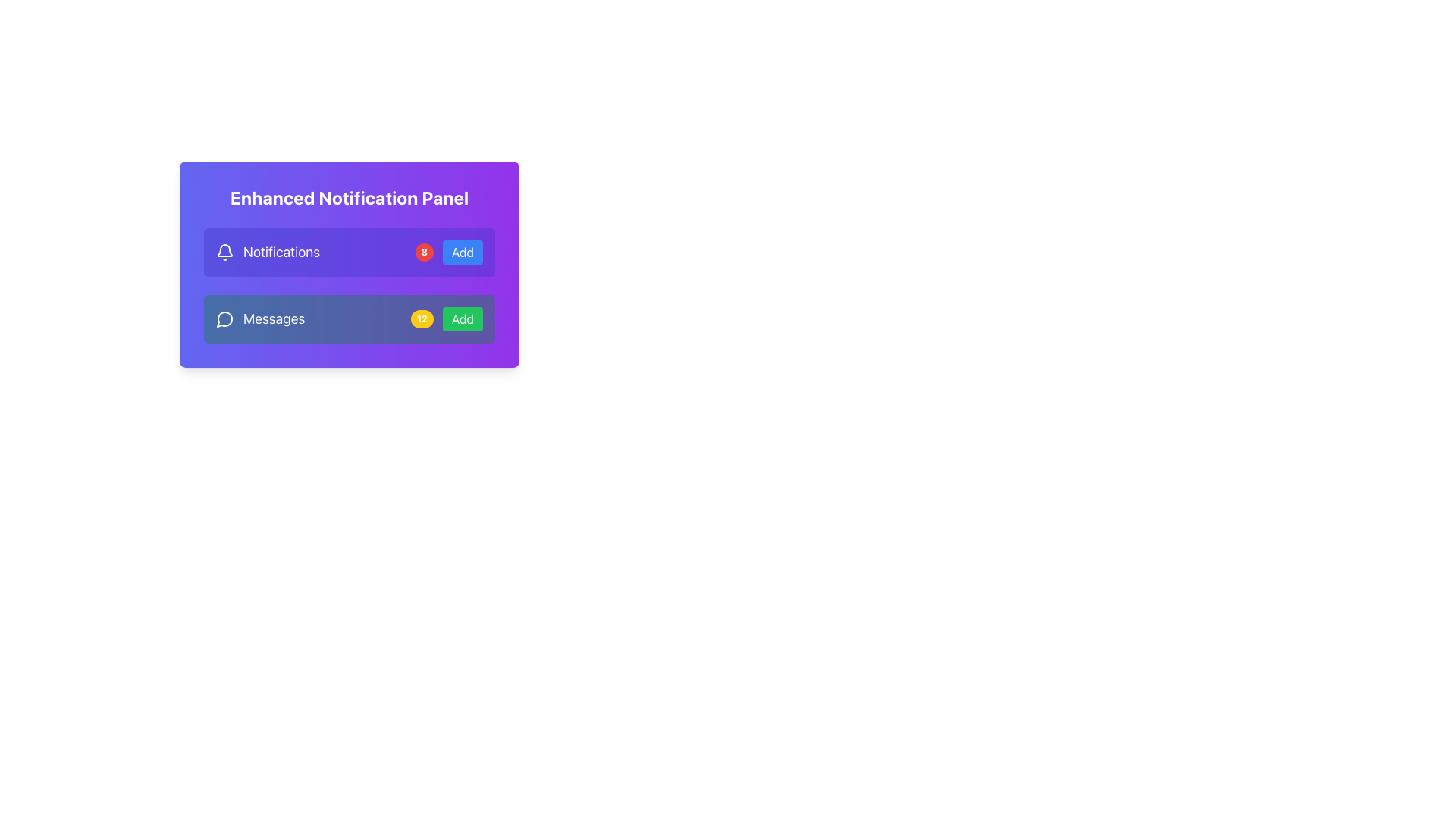  Describe the element at coordinates (422, 318) in the screenshot. I see `the indicator badge displaying the count '12' in the 'Messages' section, located near the center-right of the purple card-like panel, to the left of the green 'Add' button` at that location.